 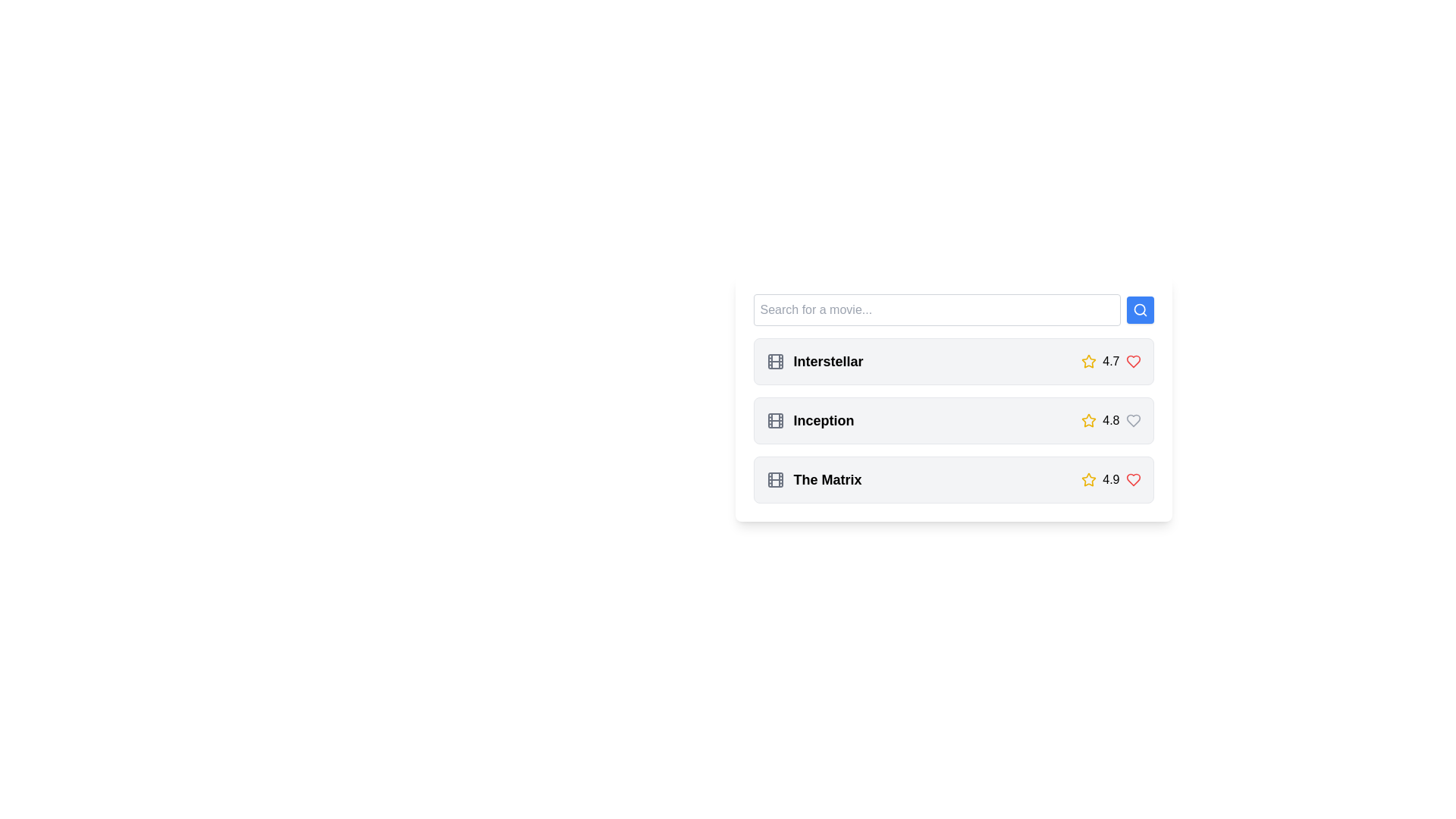 I want to click on the movie icon located to the left of the label 'Interstellar' in the first entry of the movie list, so click(x=775, y=362).